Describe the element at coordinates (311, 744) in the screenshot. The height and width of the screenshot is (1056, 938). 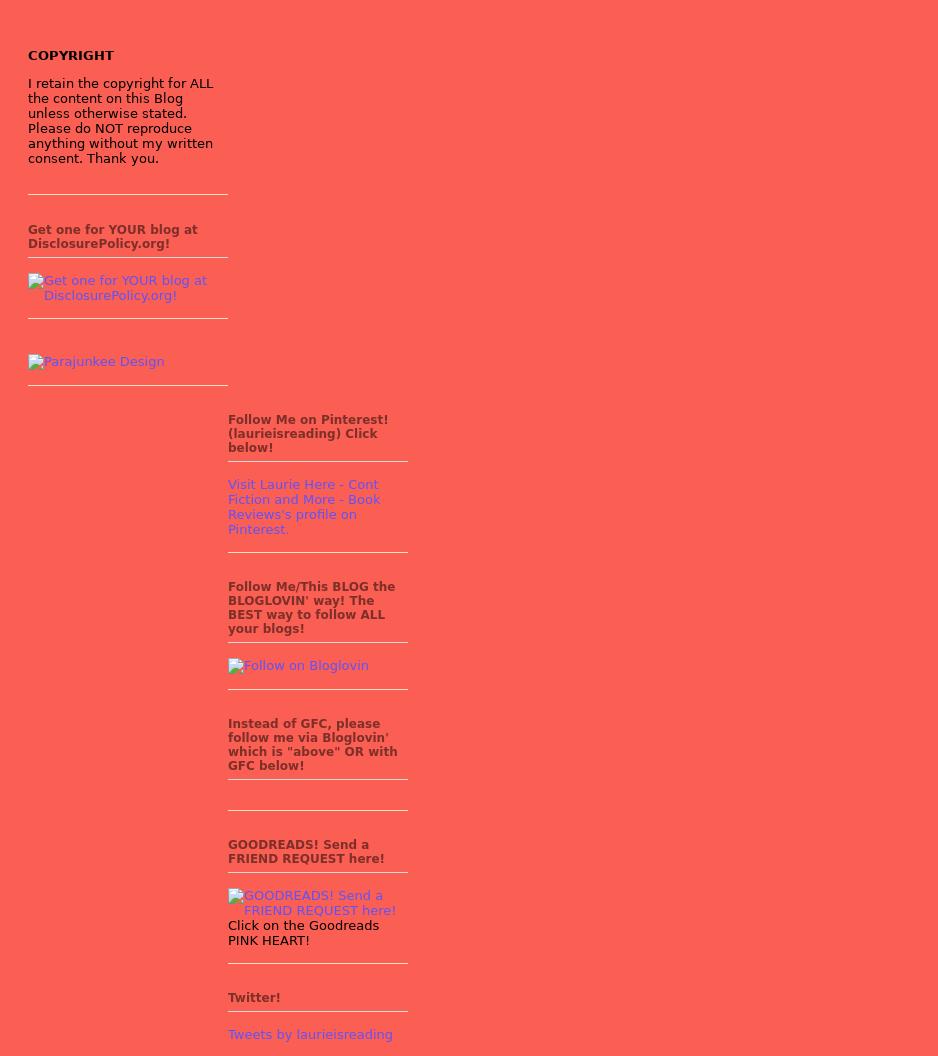
I see `'Instead of GFC, please follow me via Bloglovin' which is "above" OR with GFC below!'` at that location.